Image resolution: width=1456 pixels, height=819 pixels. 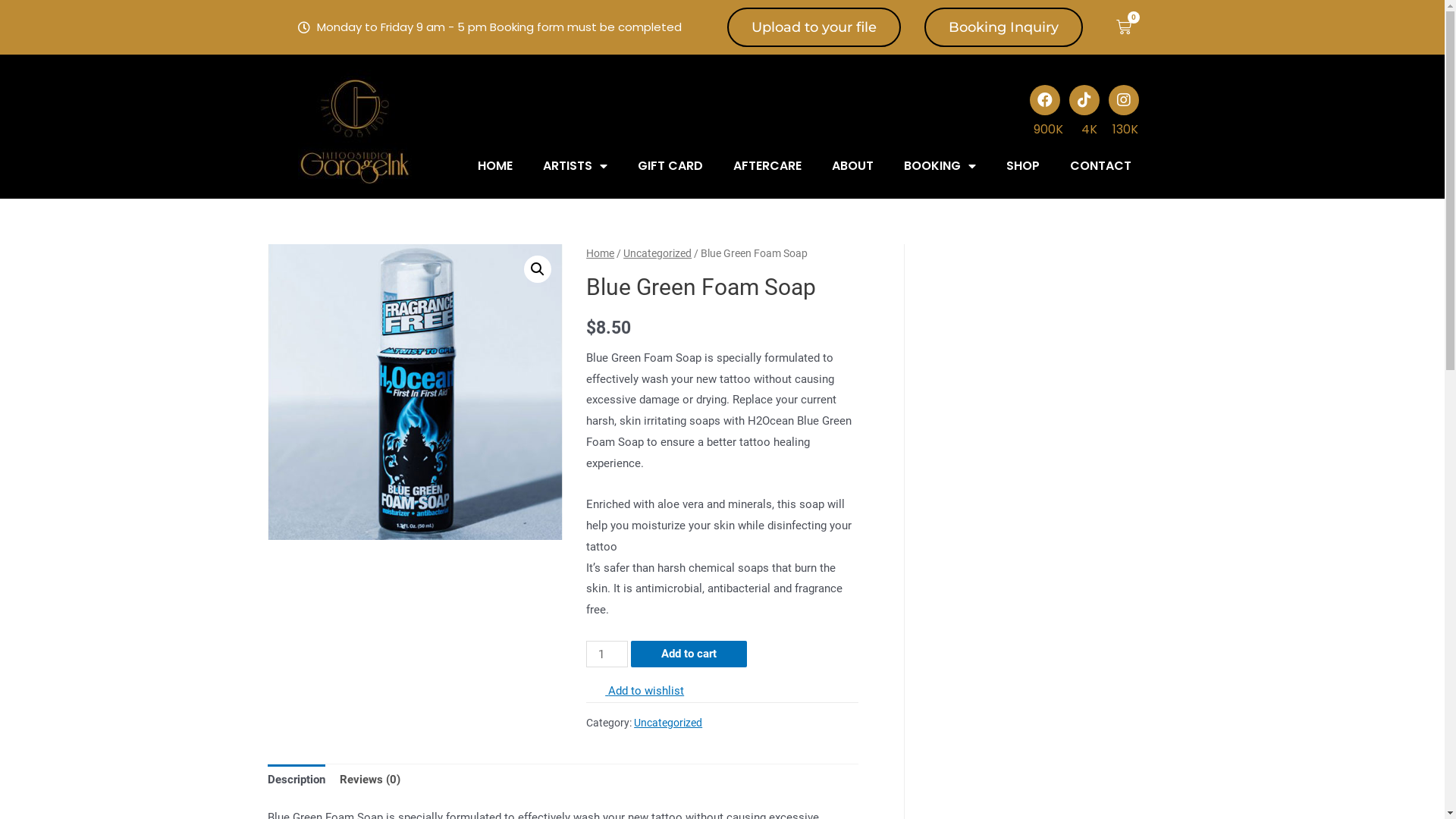 What do you see at coordinates (852, 166) in the screenshot?
I see `'ABOUT'` at bounding box center [852, 166].